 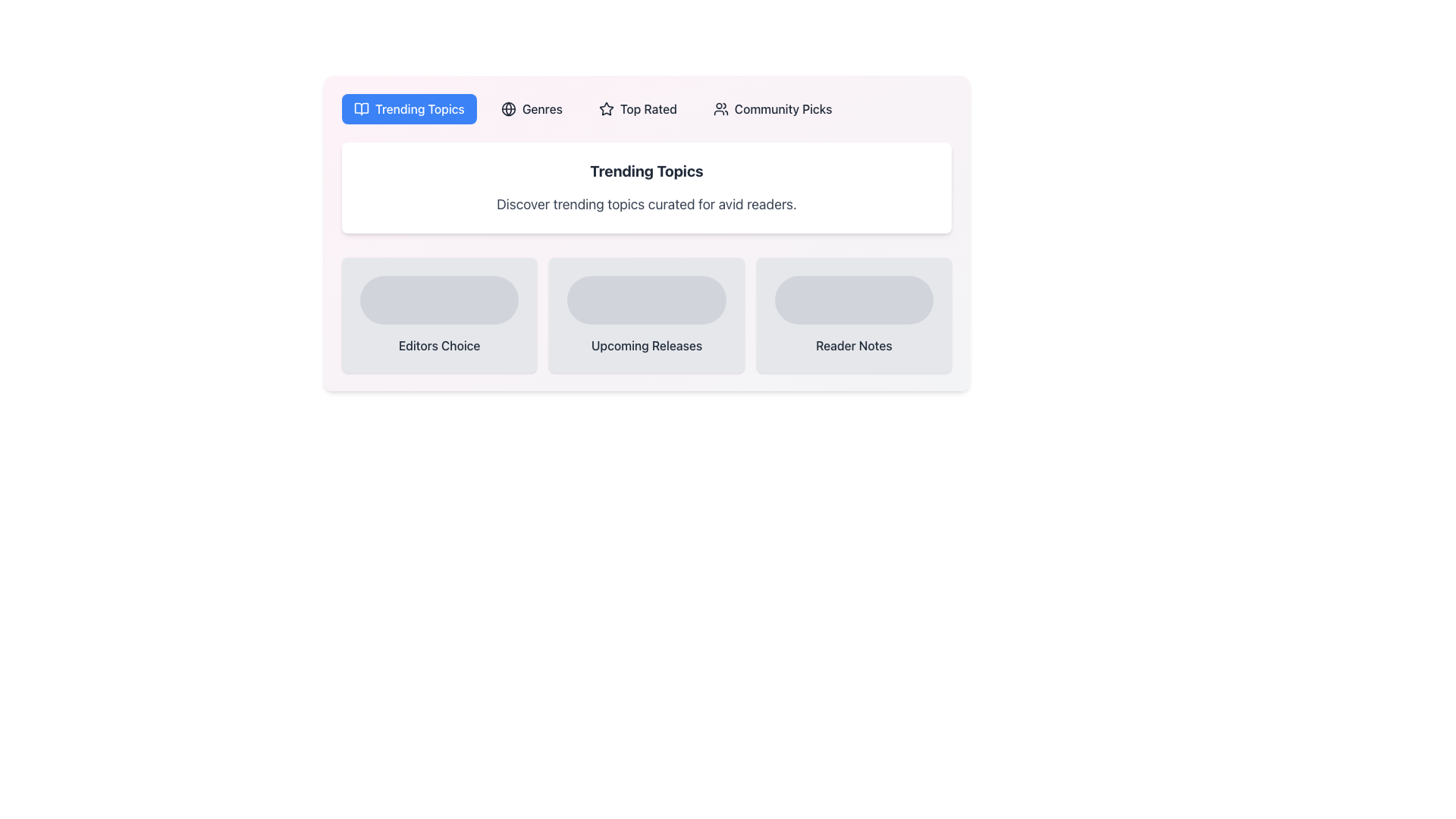 What do you see at coordinates (542, 108) in the screenshot?
I see `the 'Genres' navigation link located in the horizontal navigation bar, which is styled in a medium-weight font and positioned to the right of a globe icon` at bounding box center [542, 108].